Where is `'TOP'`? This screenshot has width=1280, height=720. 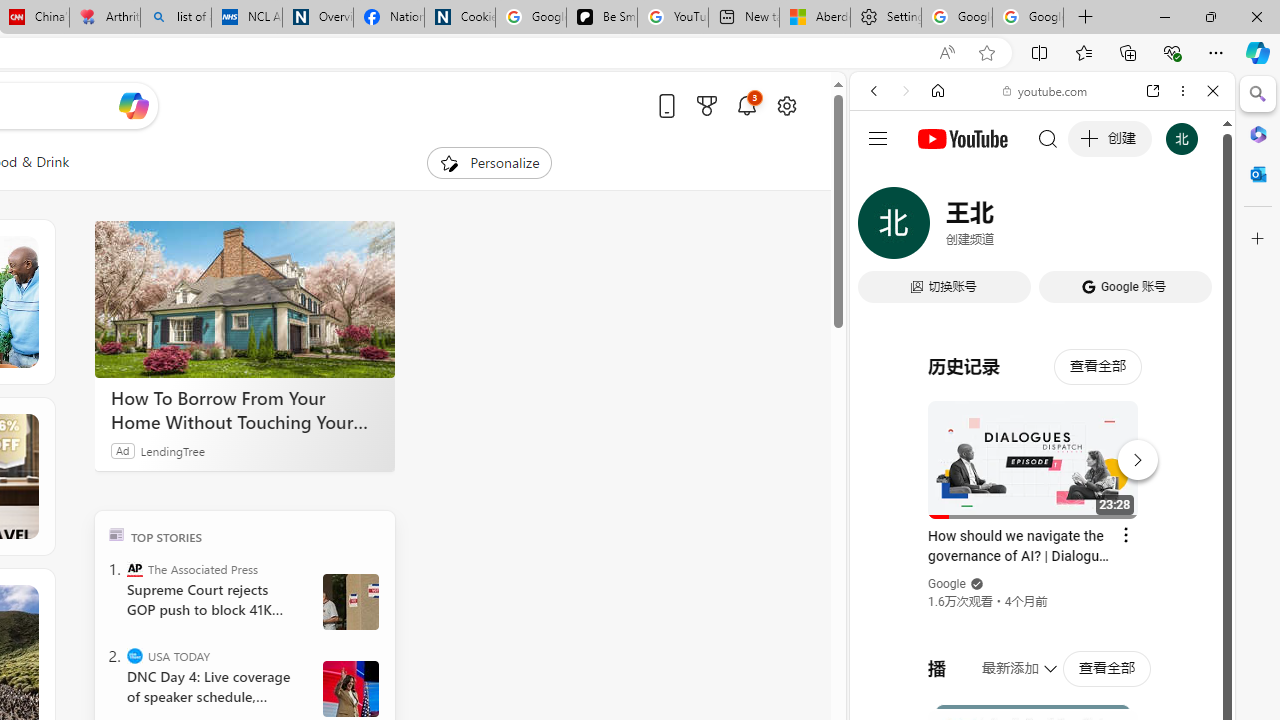
'TOP' is located at coordinates (116, 533).